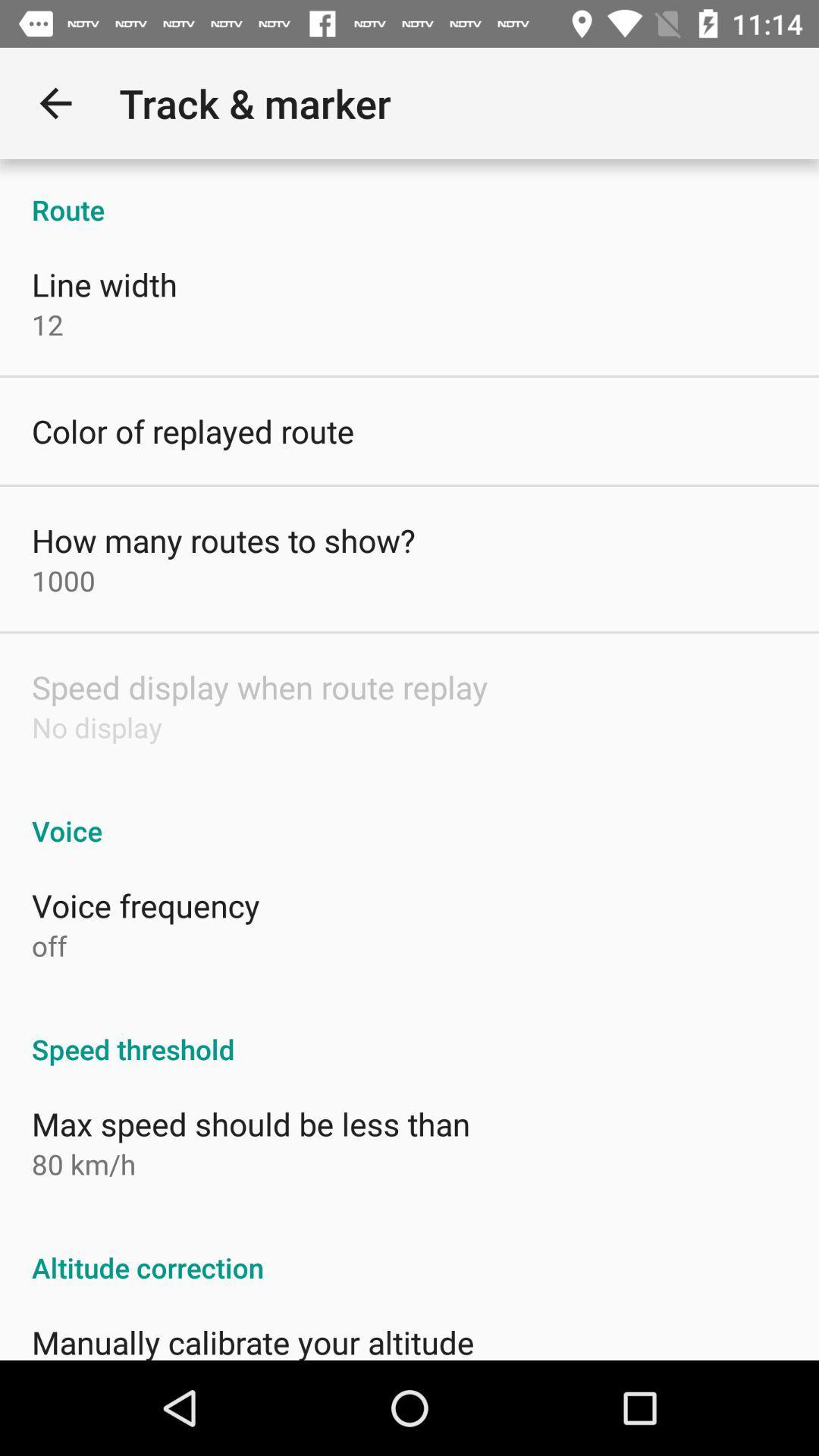 The height and width of the screenshot is (1456, 819). Describe the element at coordinates (409, 1251) in the screenshot. I see `altitude correction` at that location.